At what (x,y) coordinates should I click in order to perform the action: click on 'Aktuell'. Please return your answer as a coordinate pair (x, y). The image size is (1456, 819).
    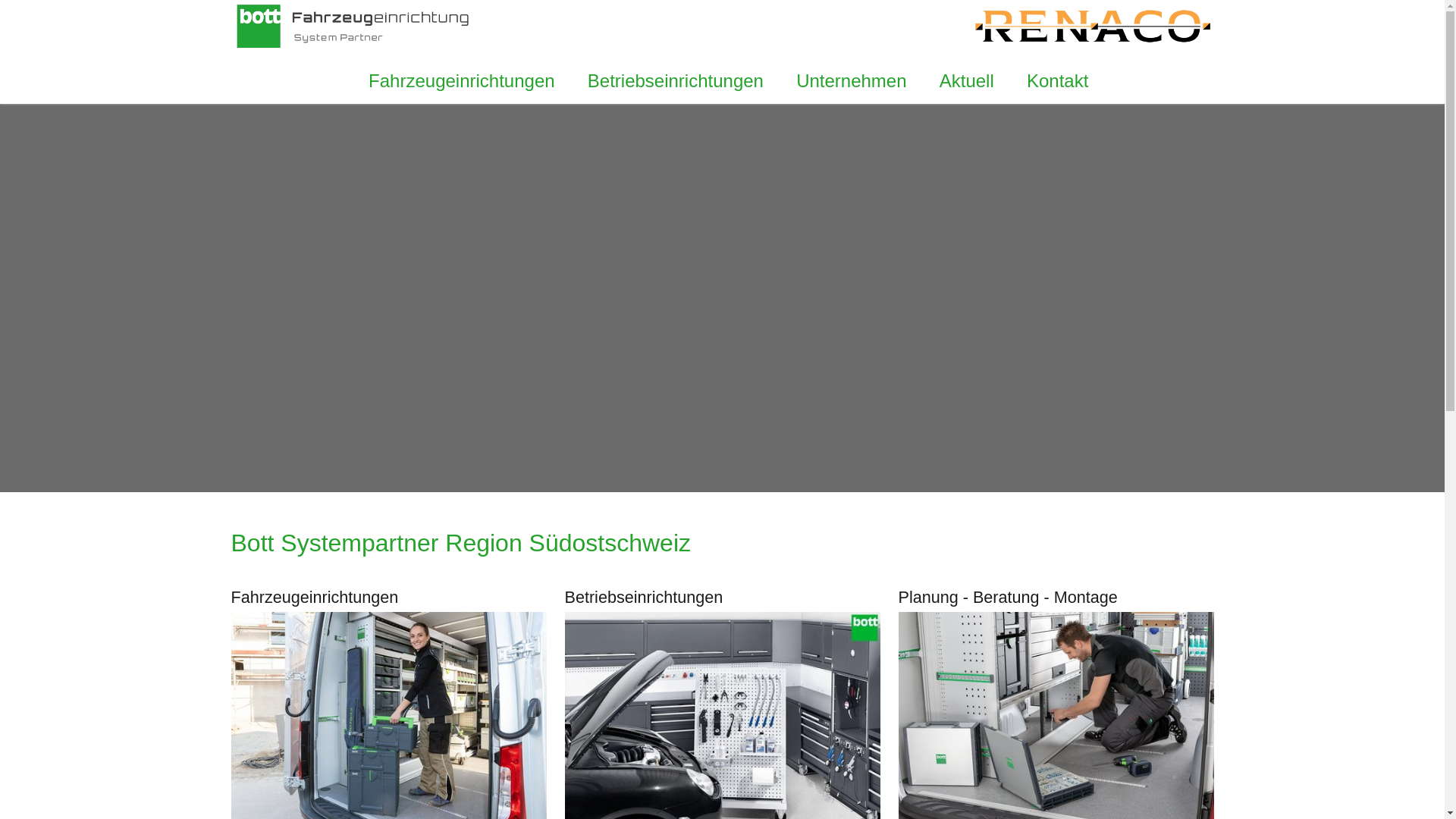
    Looking at the image, I should click on (965, 81).